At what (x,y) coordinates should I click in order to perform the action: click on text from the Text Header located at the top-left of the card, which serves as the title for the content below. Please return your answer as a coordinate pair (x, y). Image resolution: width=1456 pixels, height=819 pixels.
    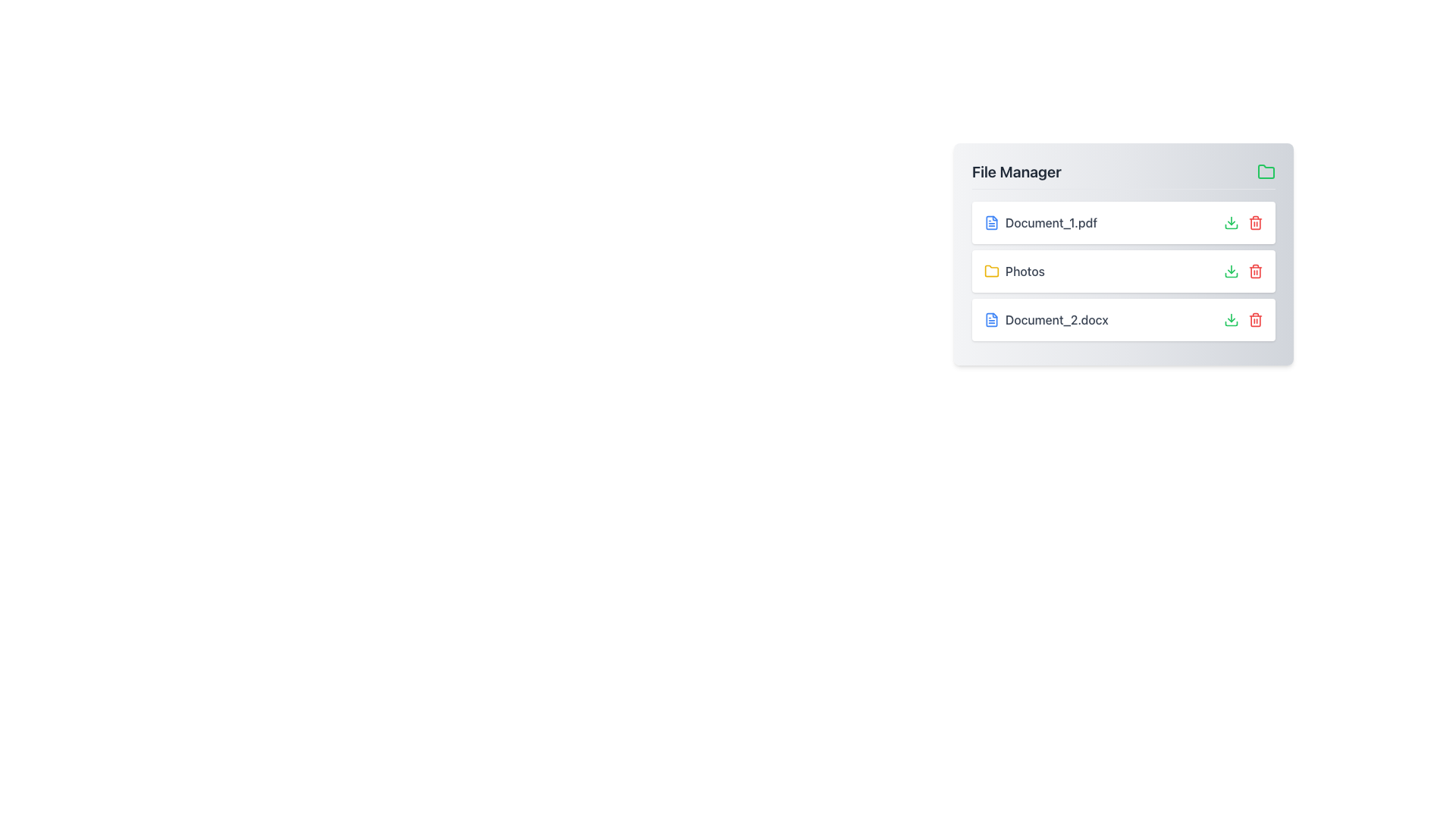
    Looking at the image, I should click on (1016, 171).